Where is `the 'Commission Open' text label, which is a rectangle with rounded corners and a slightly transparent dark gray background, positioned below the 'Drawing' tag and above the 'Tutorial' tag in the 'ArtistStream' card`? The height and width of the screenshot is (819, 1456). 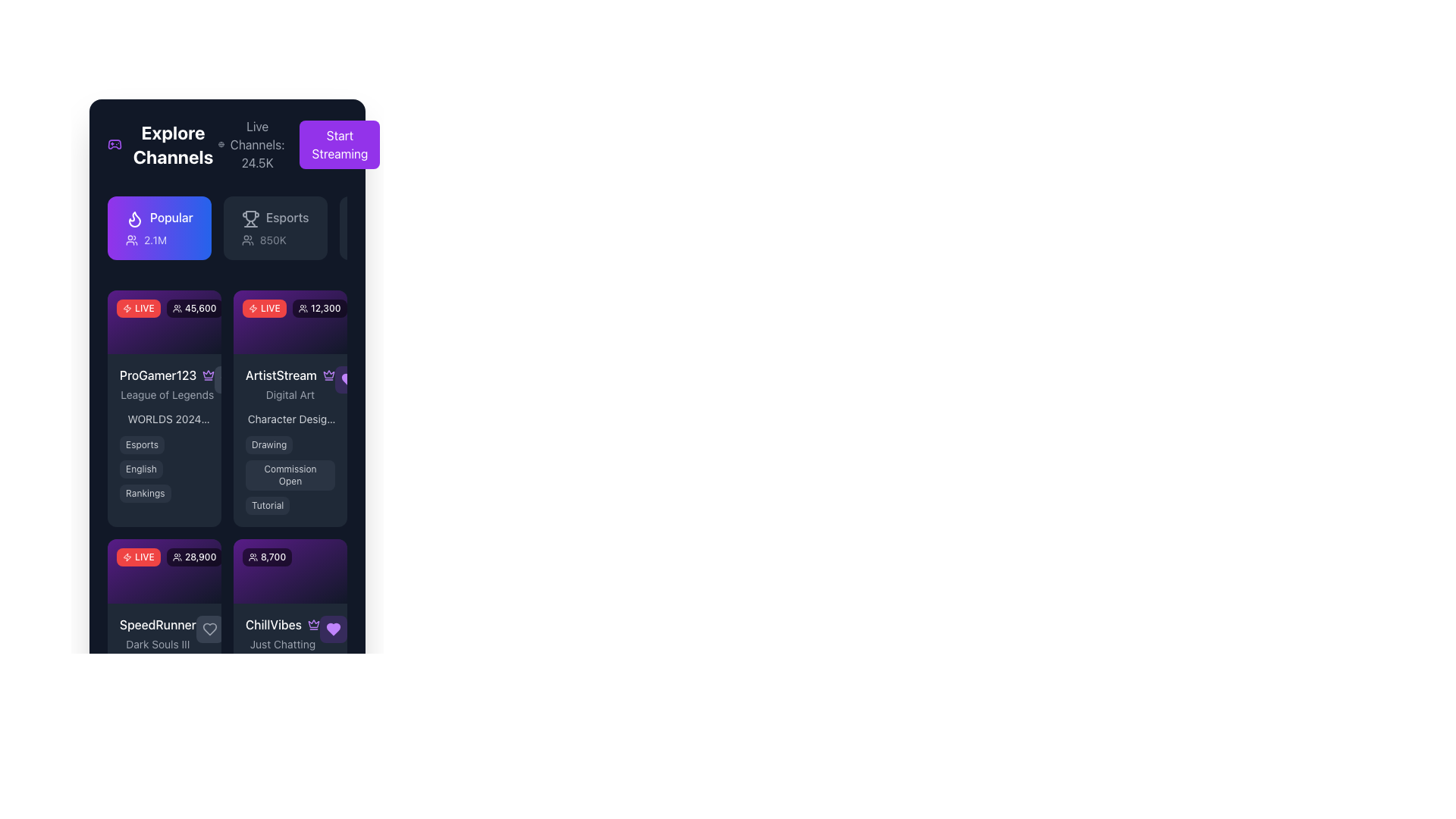 the 'Commission Open' text label, which is a rectangle with rounded corners and a slightly transparent dark gray background, positioned below the 'Drawing' tag and above the 'Tutorial' tag in the 'ArtistStream' card is located at coordinates (290, 475).